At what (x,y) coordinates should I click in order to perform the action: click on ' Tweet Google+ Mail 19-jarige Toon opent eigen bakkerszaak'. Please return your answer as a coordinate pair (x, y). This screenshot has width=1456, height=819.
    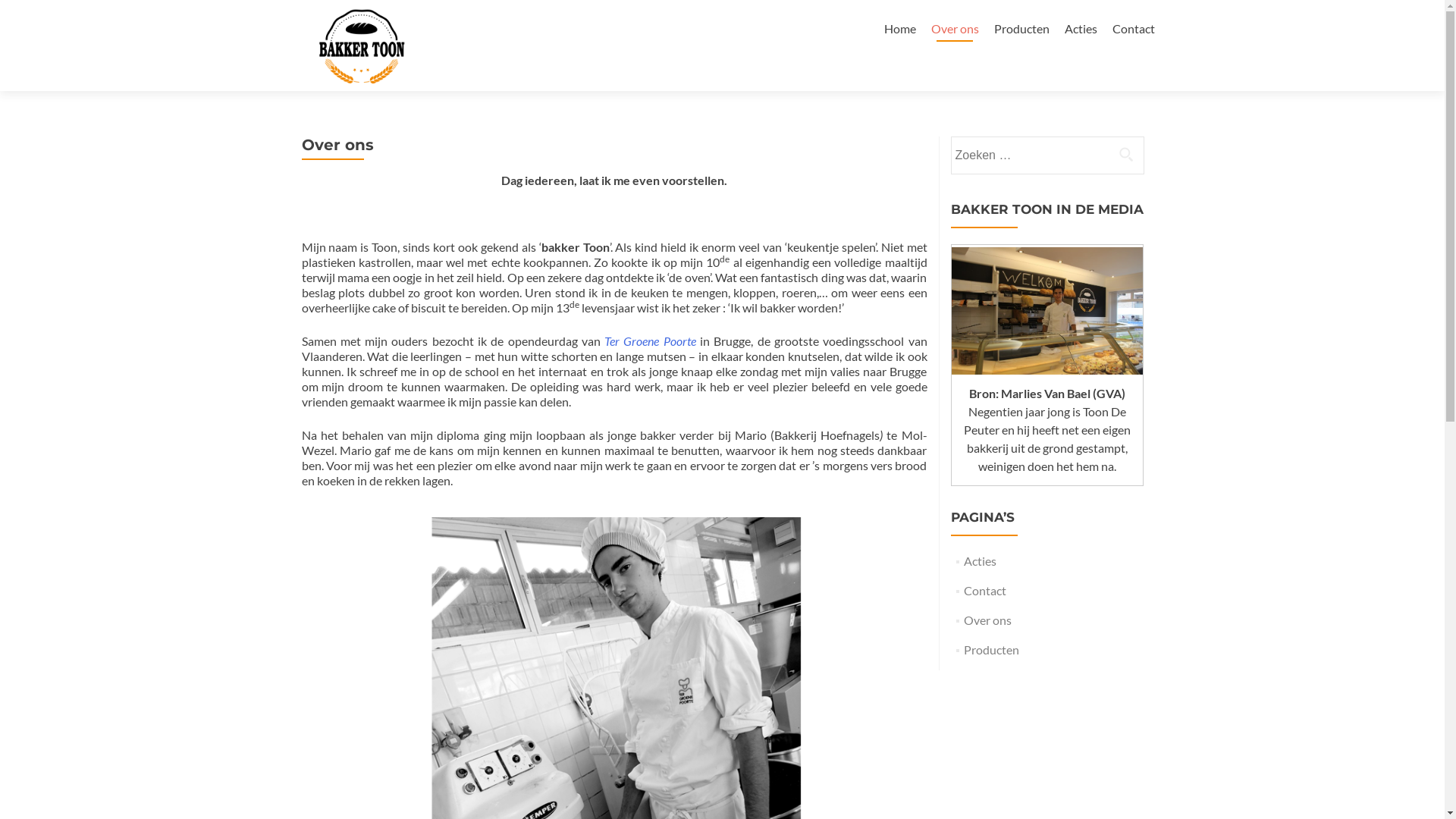
    Looking at the image, I should click on (1046, 309).